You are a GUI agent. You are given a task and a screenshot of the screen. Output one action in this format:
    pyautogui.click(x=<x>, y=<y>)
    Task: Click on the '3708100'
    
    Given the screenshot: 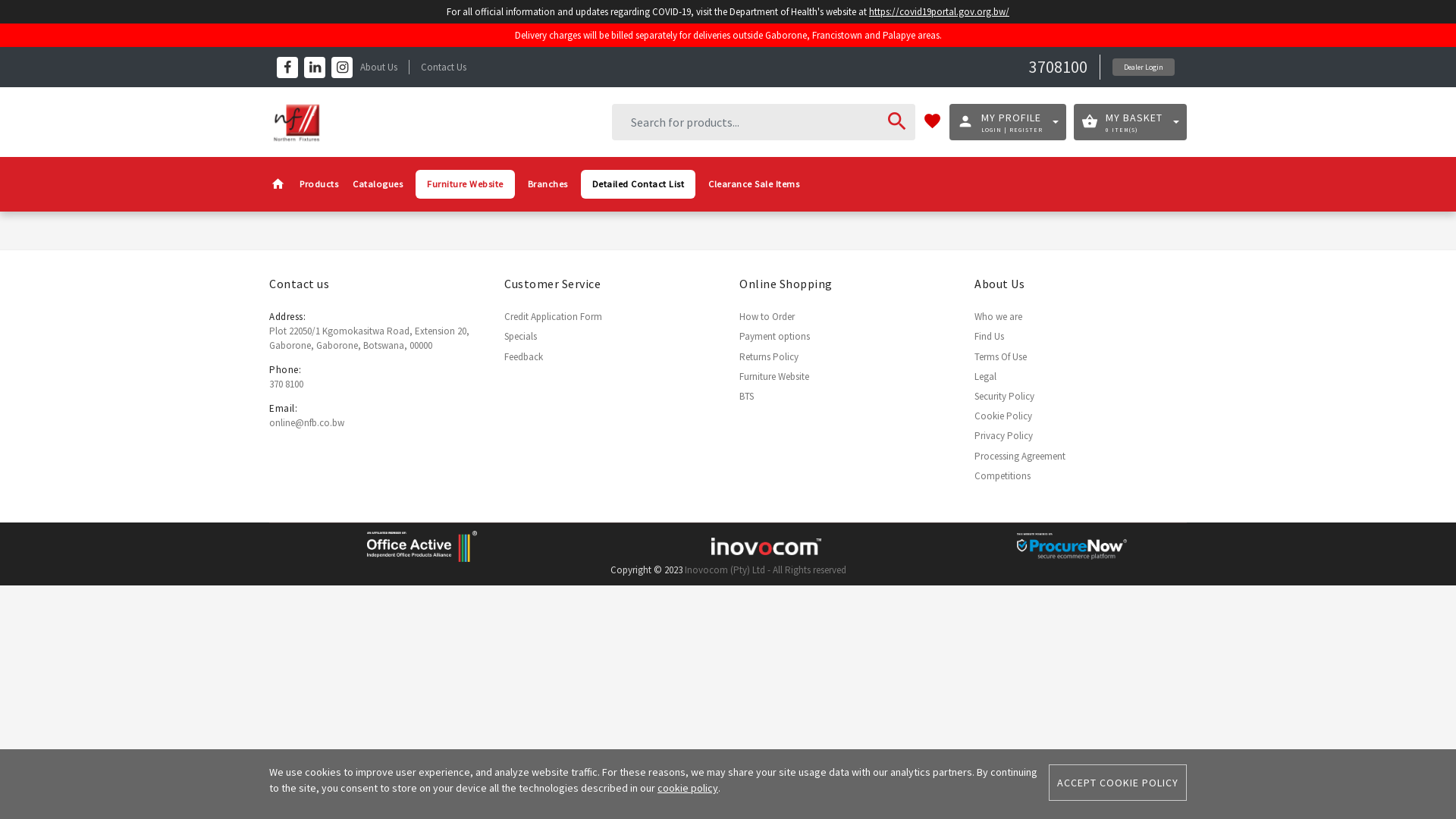 What is the action you would take?
    pyautogui.click(x=1029, y=66)
    